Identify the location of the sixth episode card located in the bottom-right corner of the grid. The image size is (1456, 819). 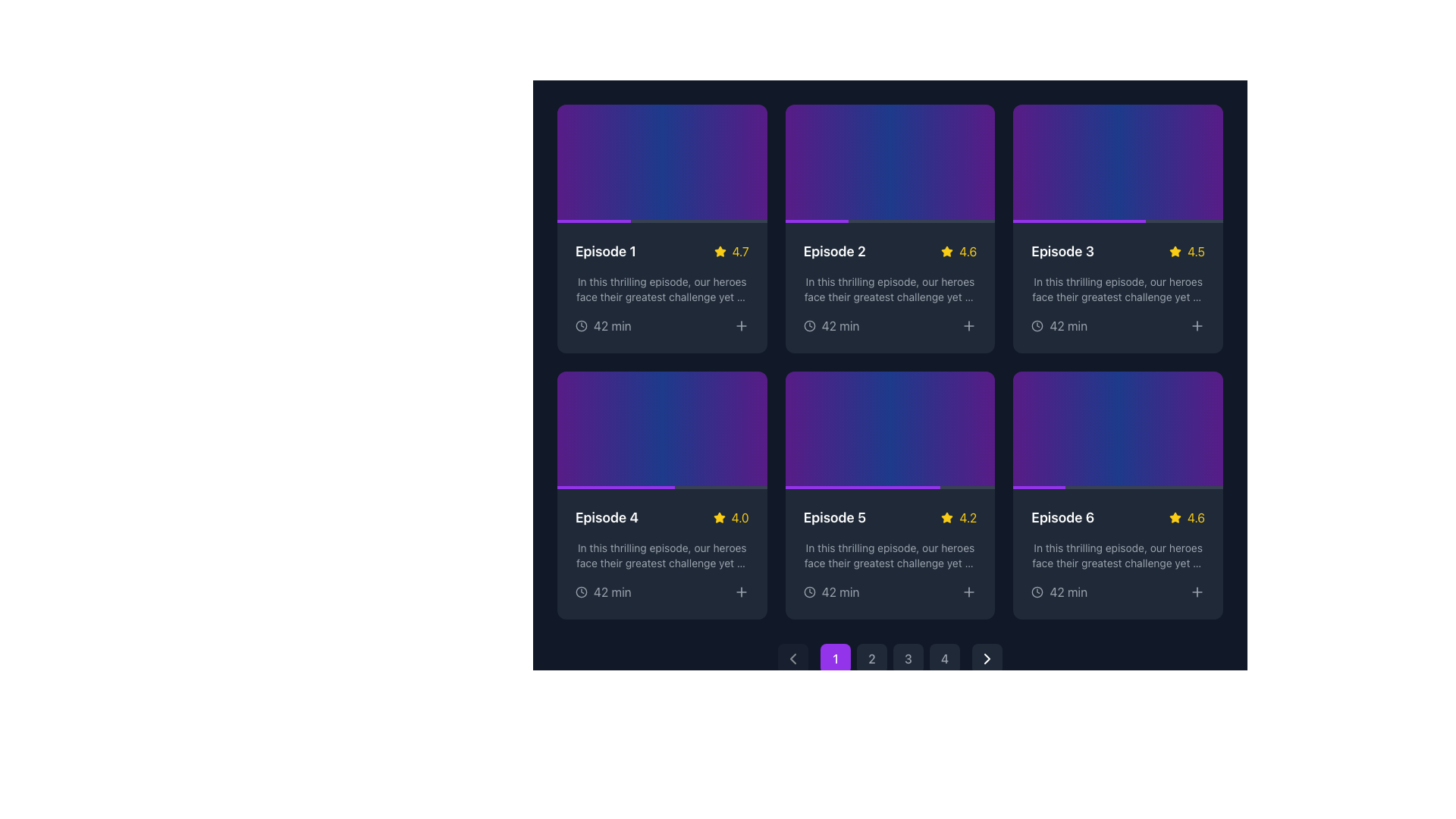
(1118, 495).